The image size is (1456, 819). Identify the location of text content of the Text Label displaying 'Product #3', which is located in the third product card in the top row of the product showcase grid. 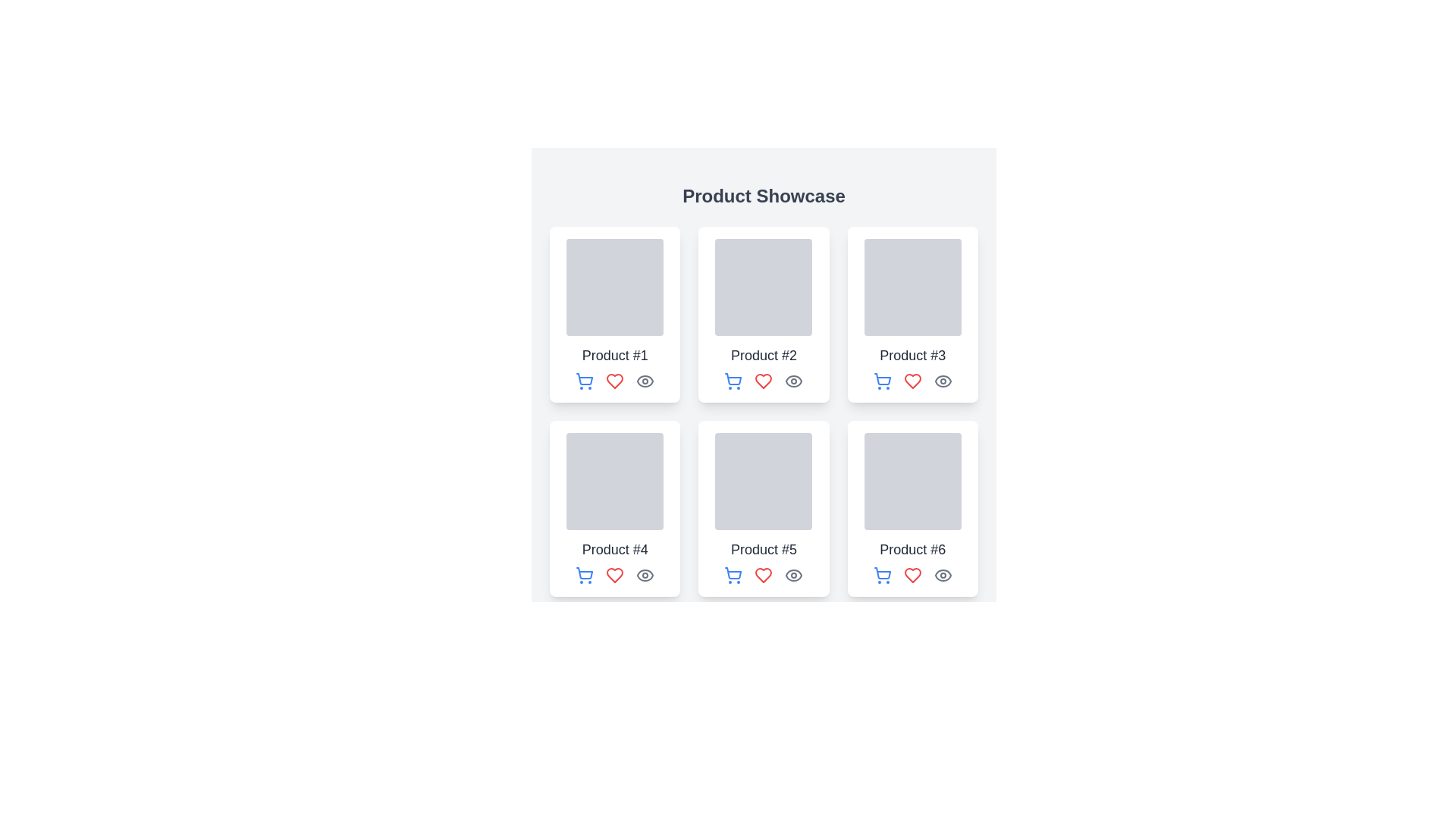
(912, 356).